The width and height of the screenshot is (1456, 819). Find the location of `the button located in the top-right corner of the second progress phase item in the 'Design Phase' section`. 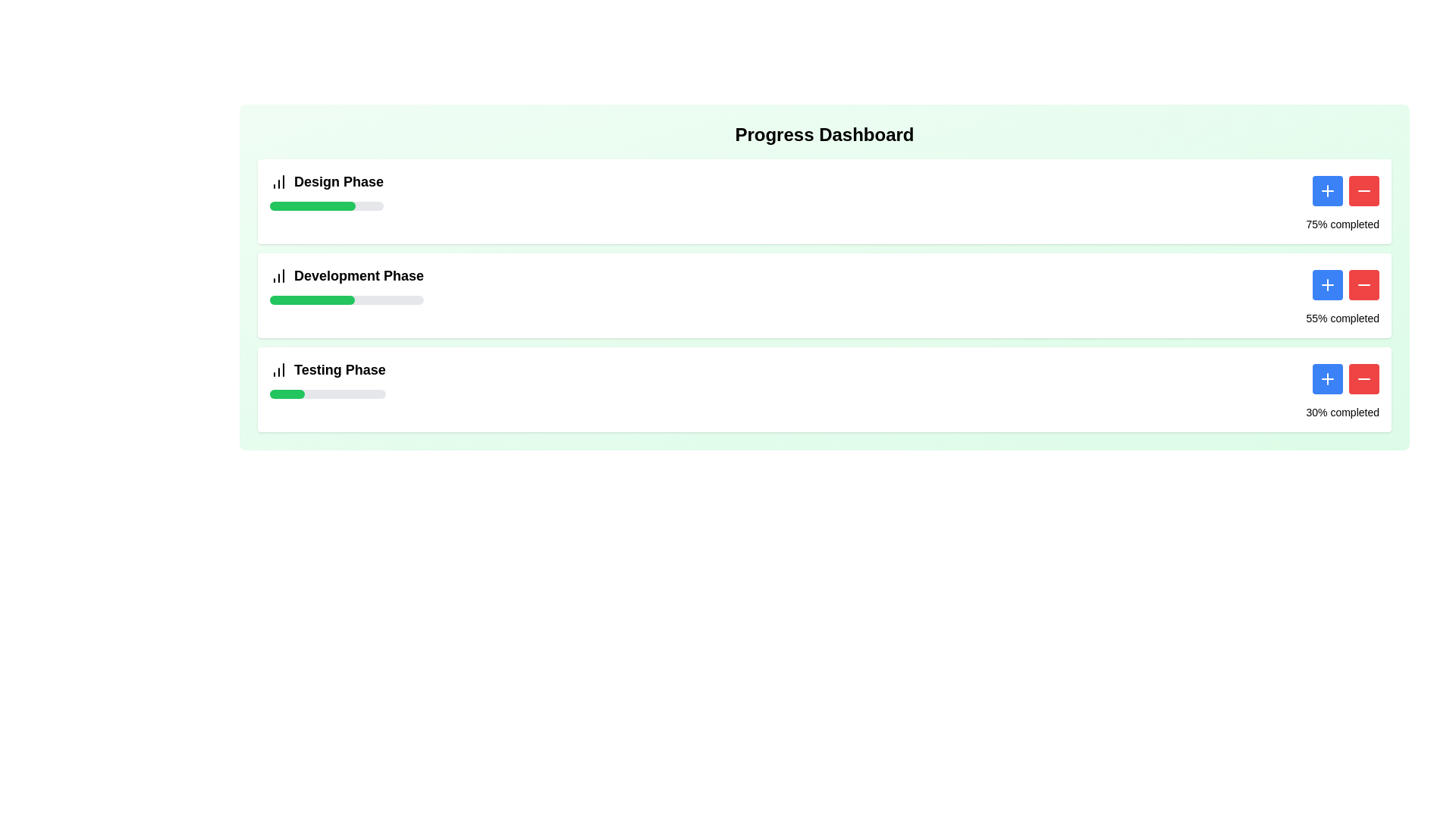

the button located in the top-right corner of the second progress phase item in the 'Design Phase' section is located at coordinates (1327, 378).